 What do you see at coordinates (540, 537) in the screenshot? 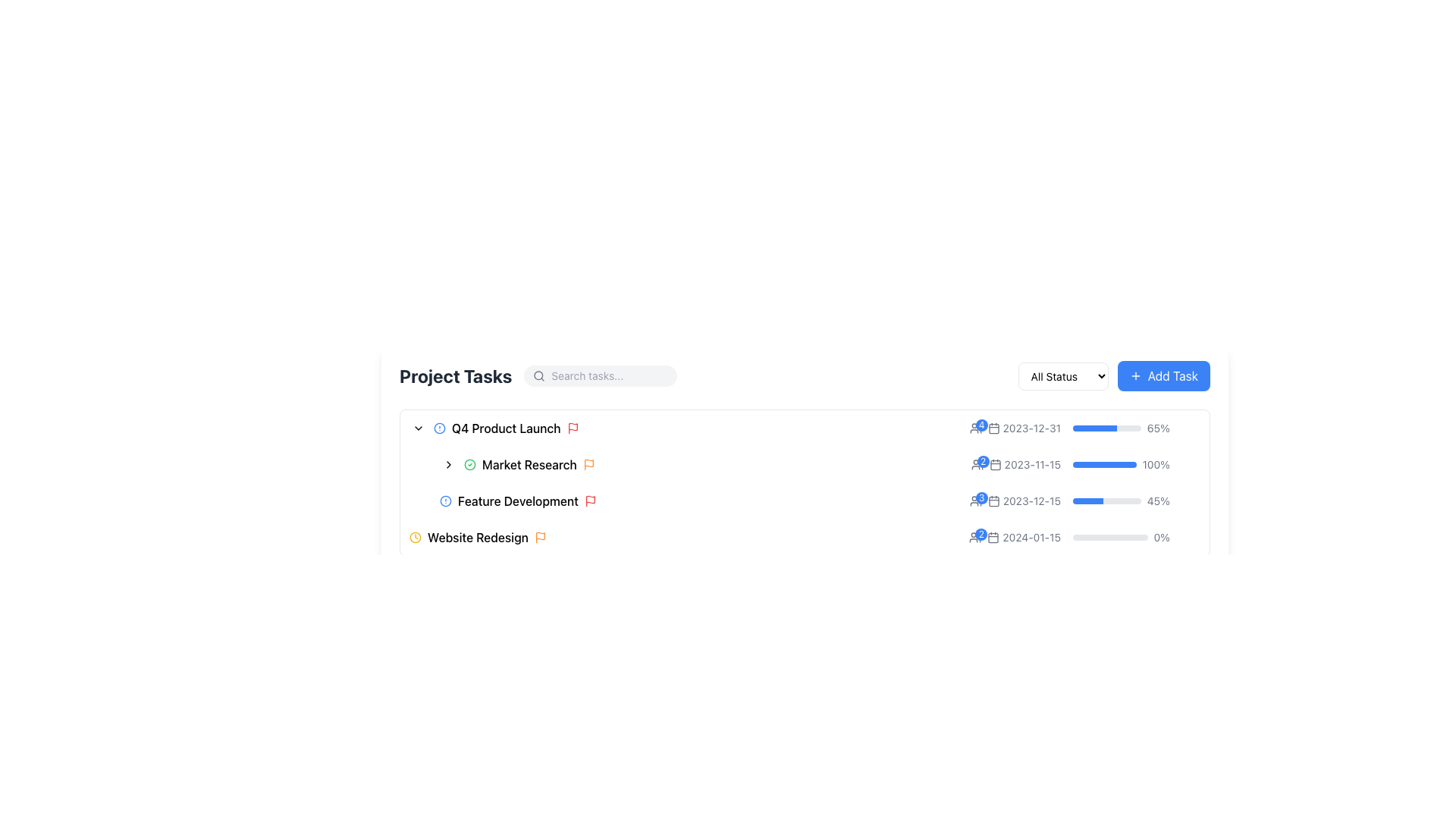
I see `the flag icon that marks the 'Website Redesign' item in the list, which is positioned adjacent to its label` at bounding box center [540, 537].